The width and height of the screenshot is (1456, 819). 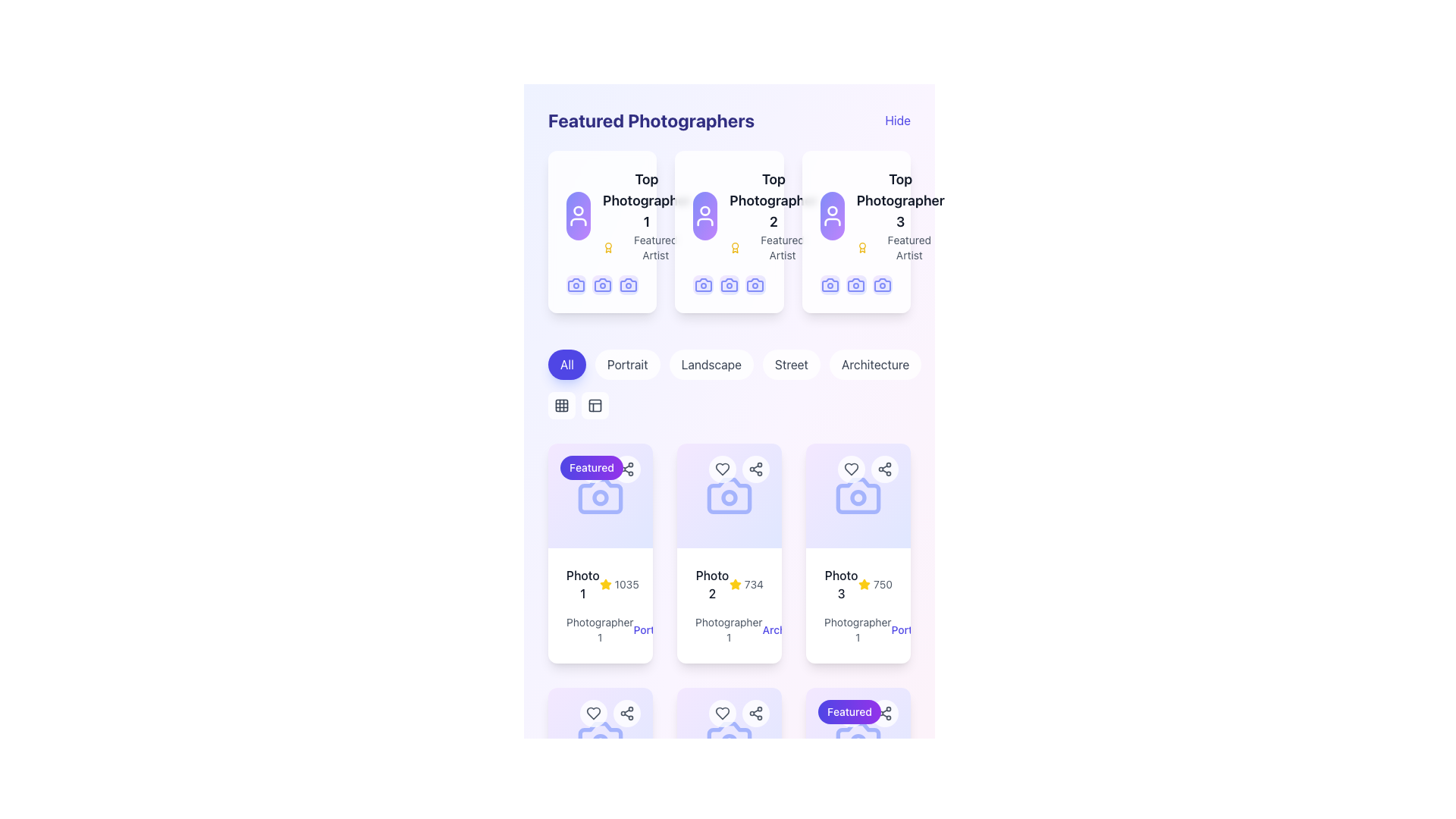 What do you see at coordinates (704, 211) in the screenshot?
I see `the SVG circle representing the head of the user icon in the second card from the left in the 'Featured Photographers' section` at bounding box center [704, 211].